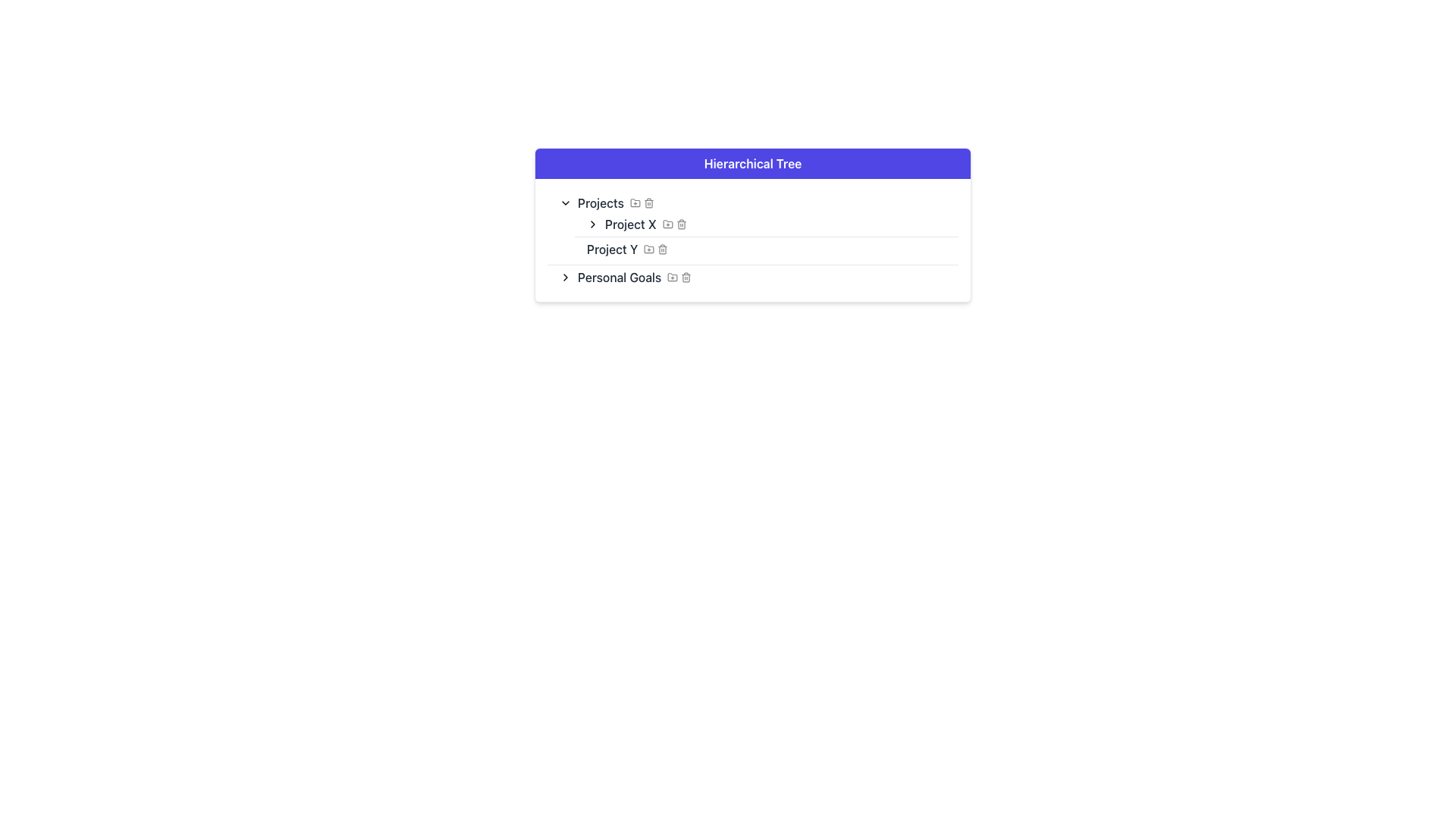 This screenshot has height=819, width=1456. I want to click on the trash bin icon located immediately to the right of 'Personal Goals' in the hierarchical tree interface, so click(686, 278).